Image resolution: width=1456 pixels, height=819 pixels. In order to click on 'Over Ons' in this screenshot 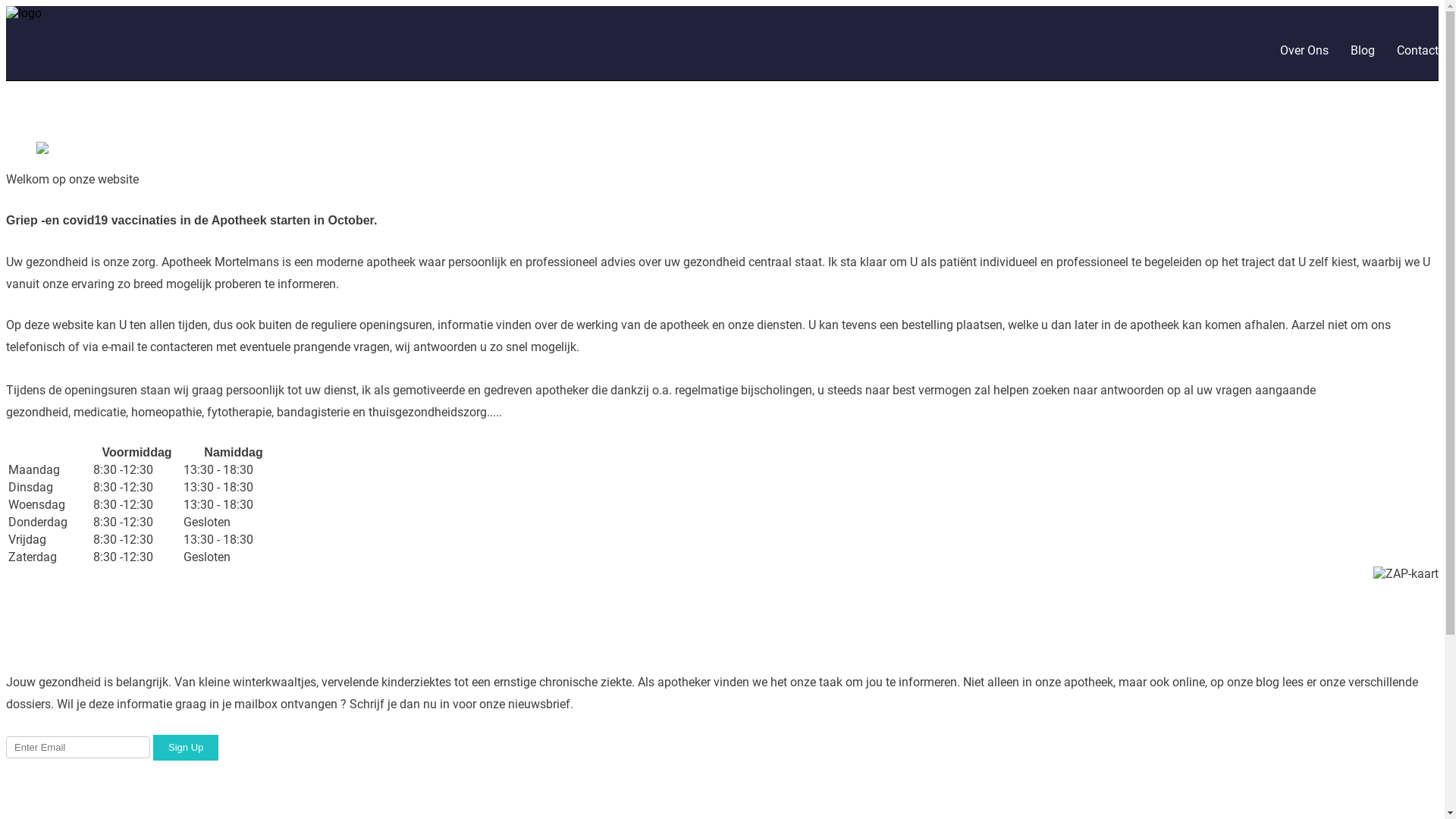, I will do `click(1303, 49)`.